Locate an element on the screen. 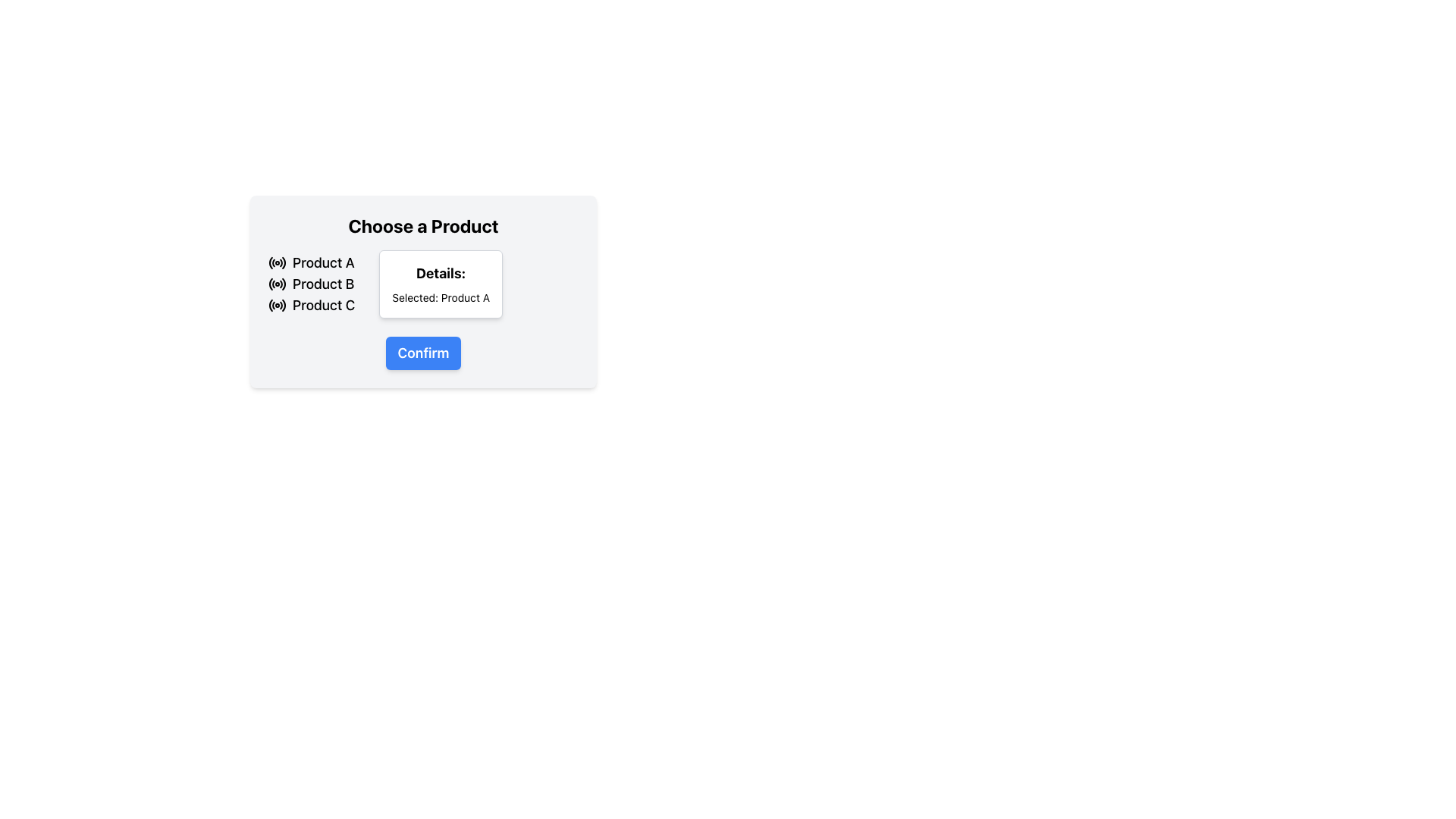 Image resolution: width=1456 pixels, height=819 pixels. the selectable list item labeled 'Product B' which is the second item in the 'Choose a Product' section is located at coordinates (310, 284).